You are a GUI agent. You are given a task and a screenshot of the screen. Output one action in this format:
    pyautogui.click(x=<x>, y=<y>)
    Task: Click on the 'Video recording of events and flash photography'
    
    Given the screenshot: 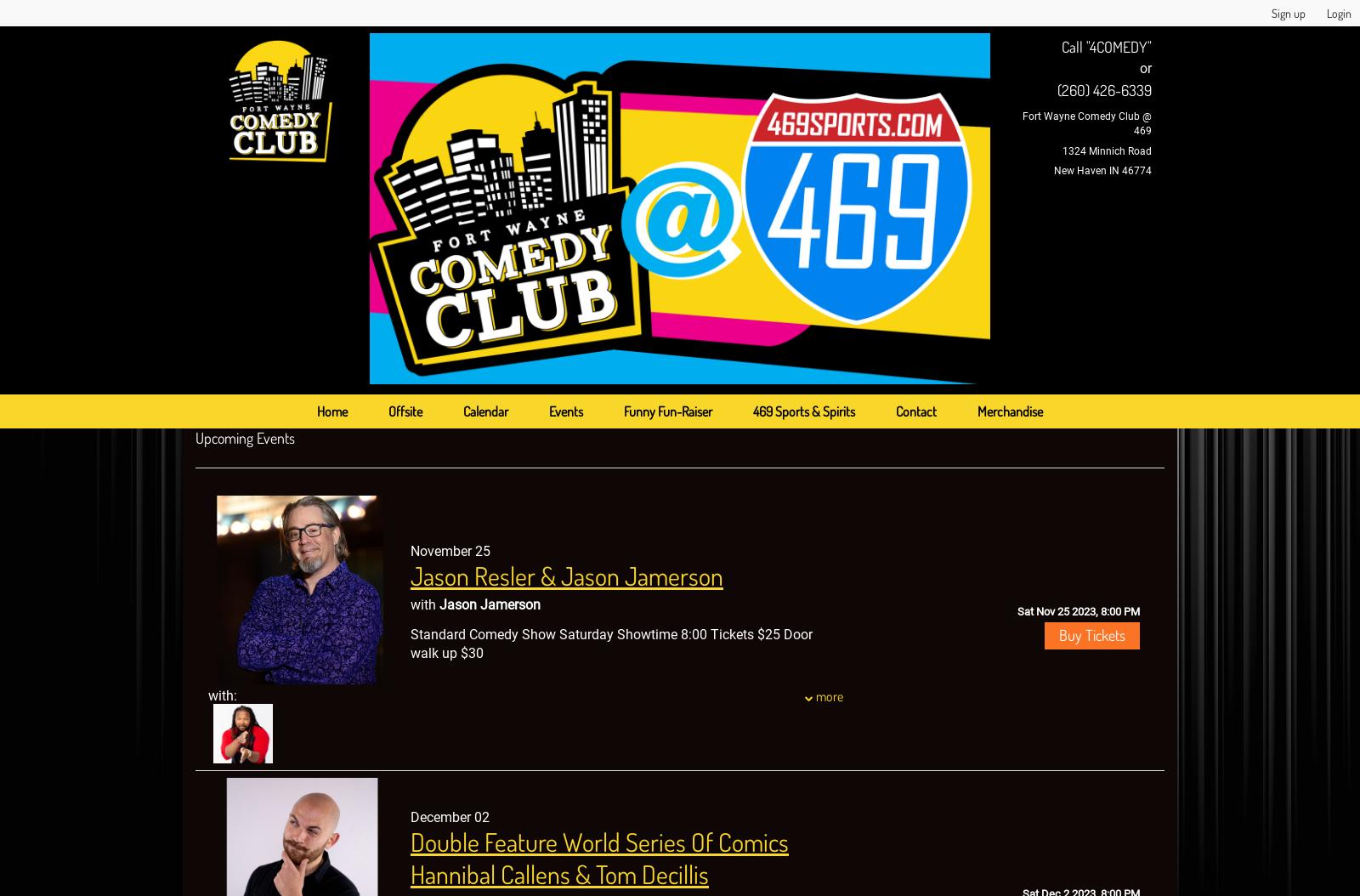 What is the action you would take?
    pyautogui.click(x=410, y=802)
    